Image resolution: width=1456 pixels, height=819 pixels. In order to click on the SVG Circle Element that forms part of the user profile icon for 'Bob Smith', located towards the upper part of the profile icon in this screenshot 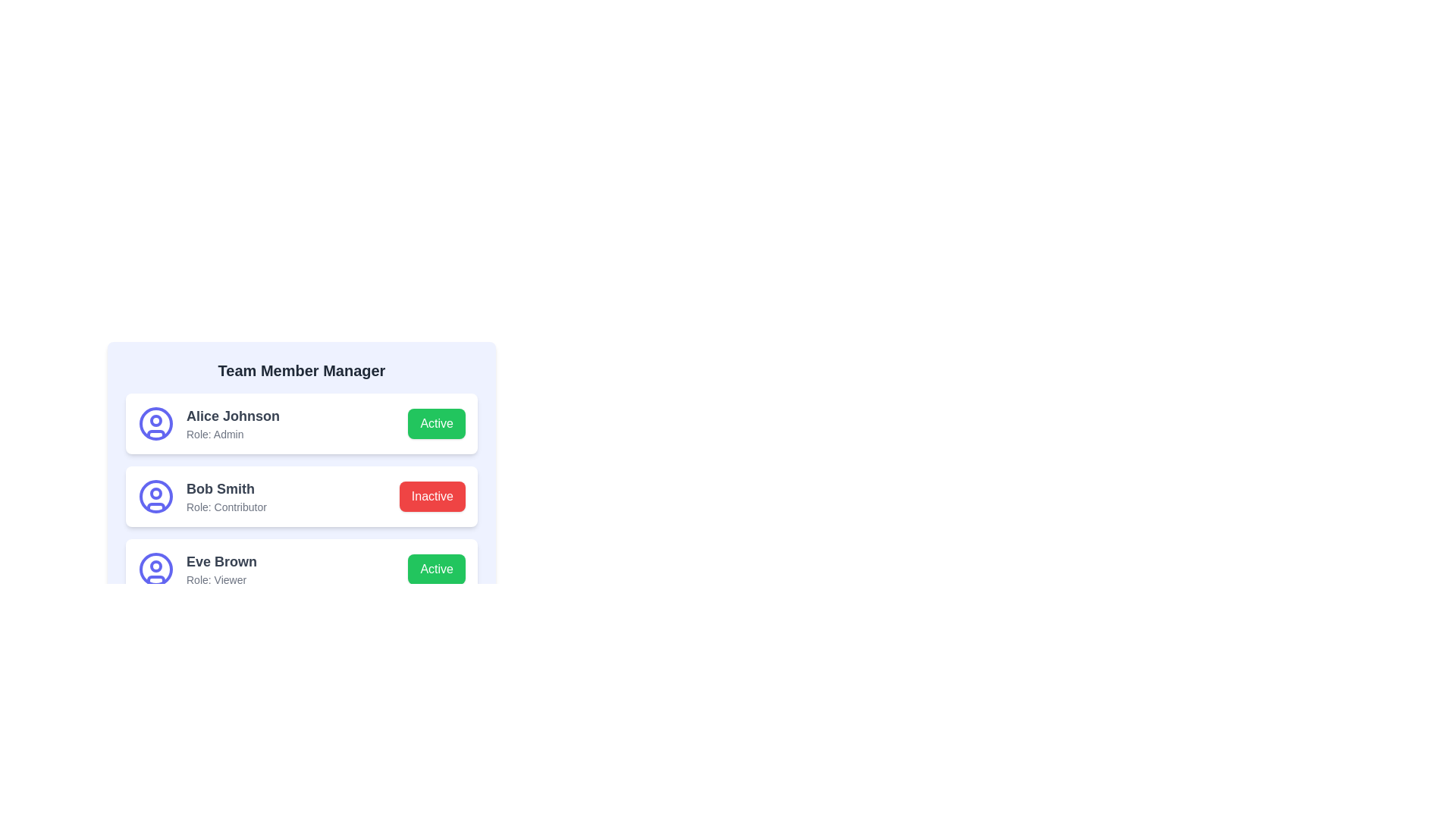, I will do `click(156, 494)`.